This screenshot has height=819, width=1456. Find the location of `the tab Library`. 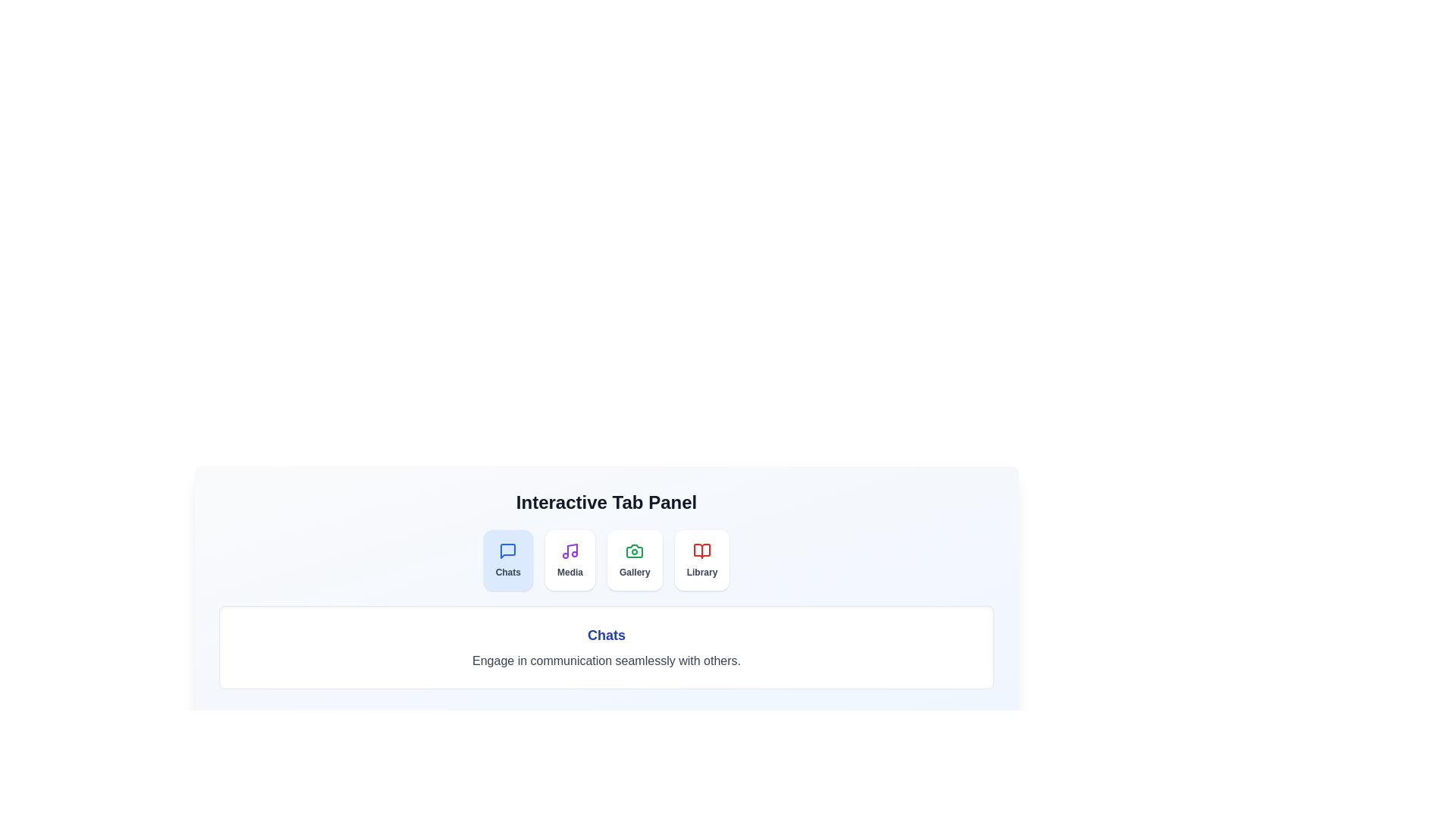

the tab Library is located at coordinates (701, 560).